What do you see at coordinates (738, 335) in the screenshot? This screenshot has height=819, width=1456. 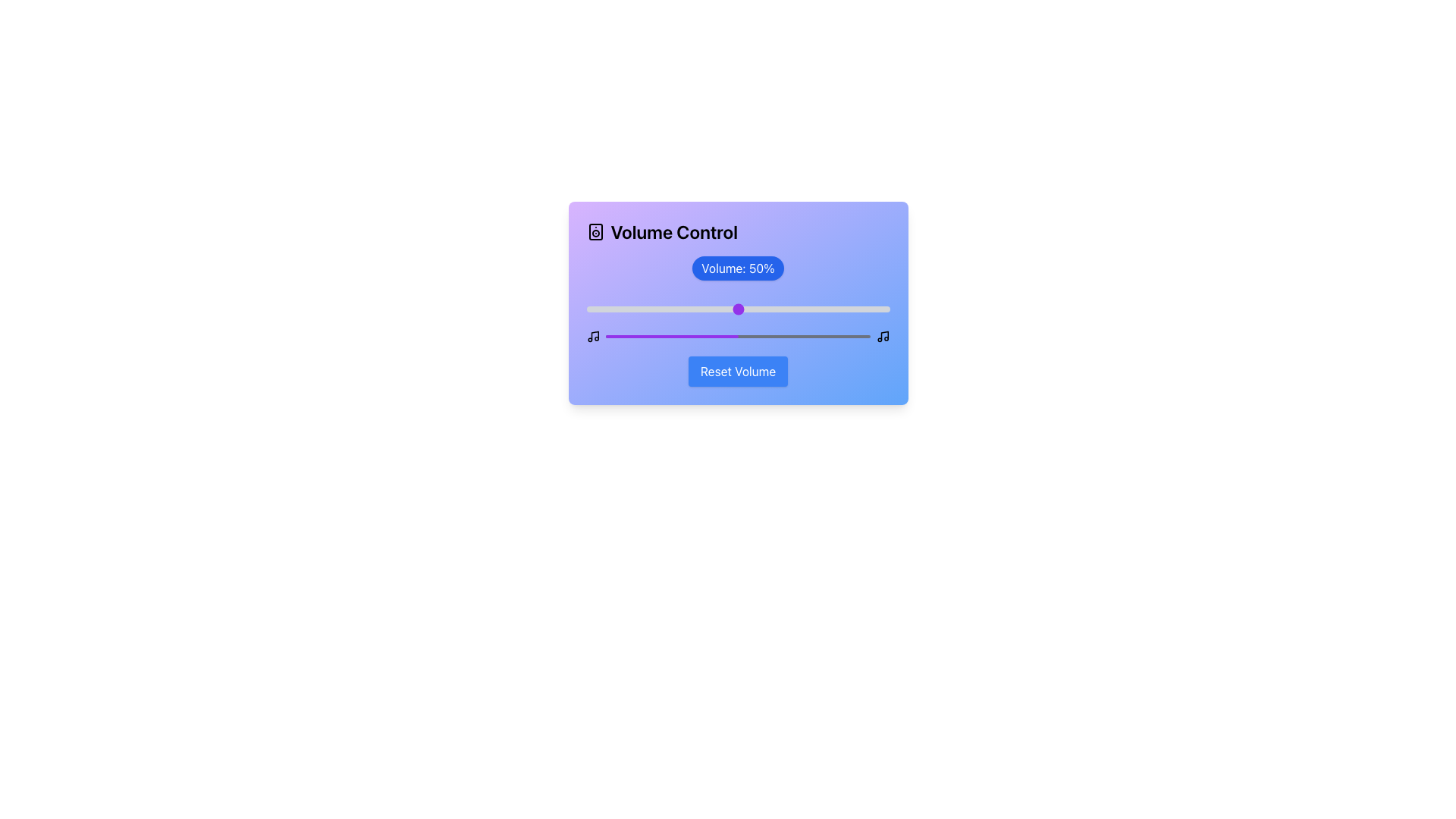 I see `the progress bar that visually represents the current volume level, which is centered horizontally within a volume control card and spans between two musical note icons` at bounding box center [738, 335].